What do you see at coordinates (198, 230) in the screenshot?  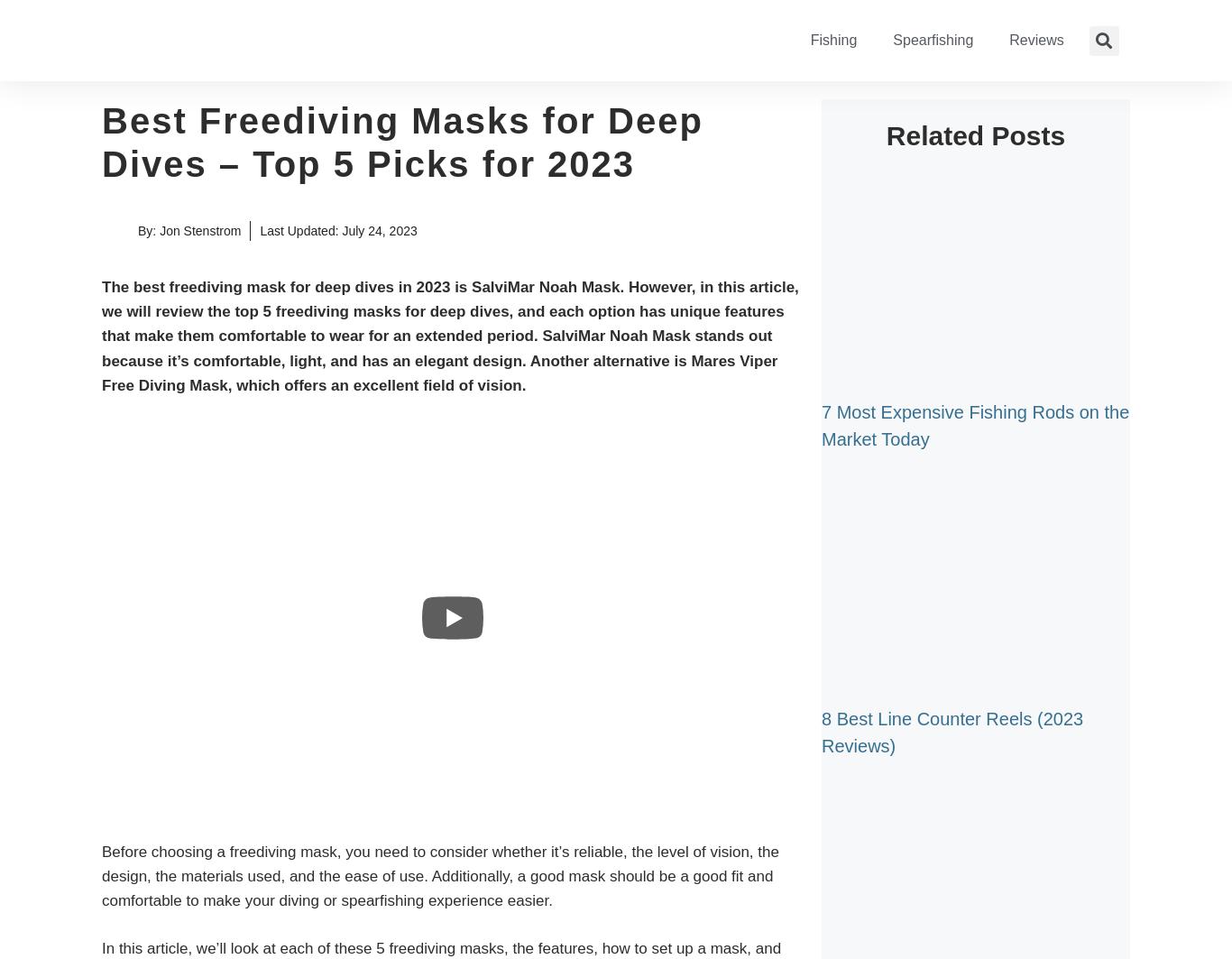 I see `'Jon Stenstrom'` at bounding box center [198, 230].